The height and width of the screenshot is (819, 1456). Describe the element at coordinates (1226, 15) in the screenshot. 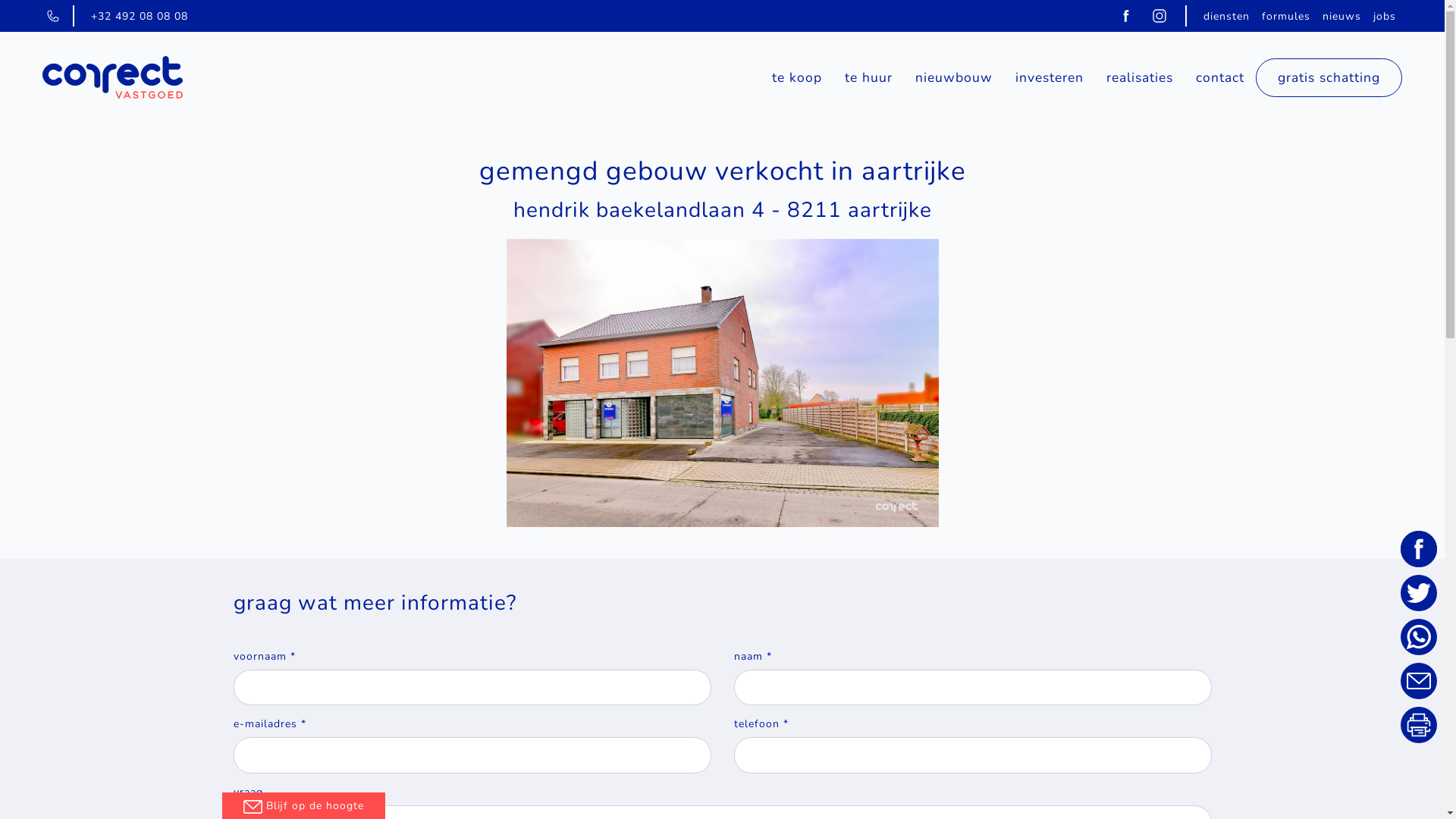

I see `'diensten'` at that location.